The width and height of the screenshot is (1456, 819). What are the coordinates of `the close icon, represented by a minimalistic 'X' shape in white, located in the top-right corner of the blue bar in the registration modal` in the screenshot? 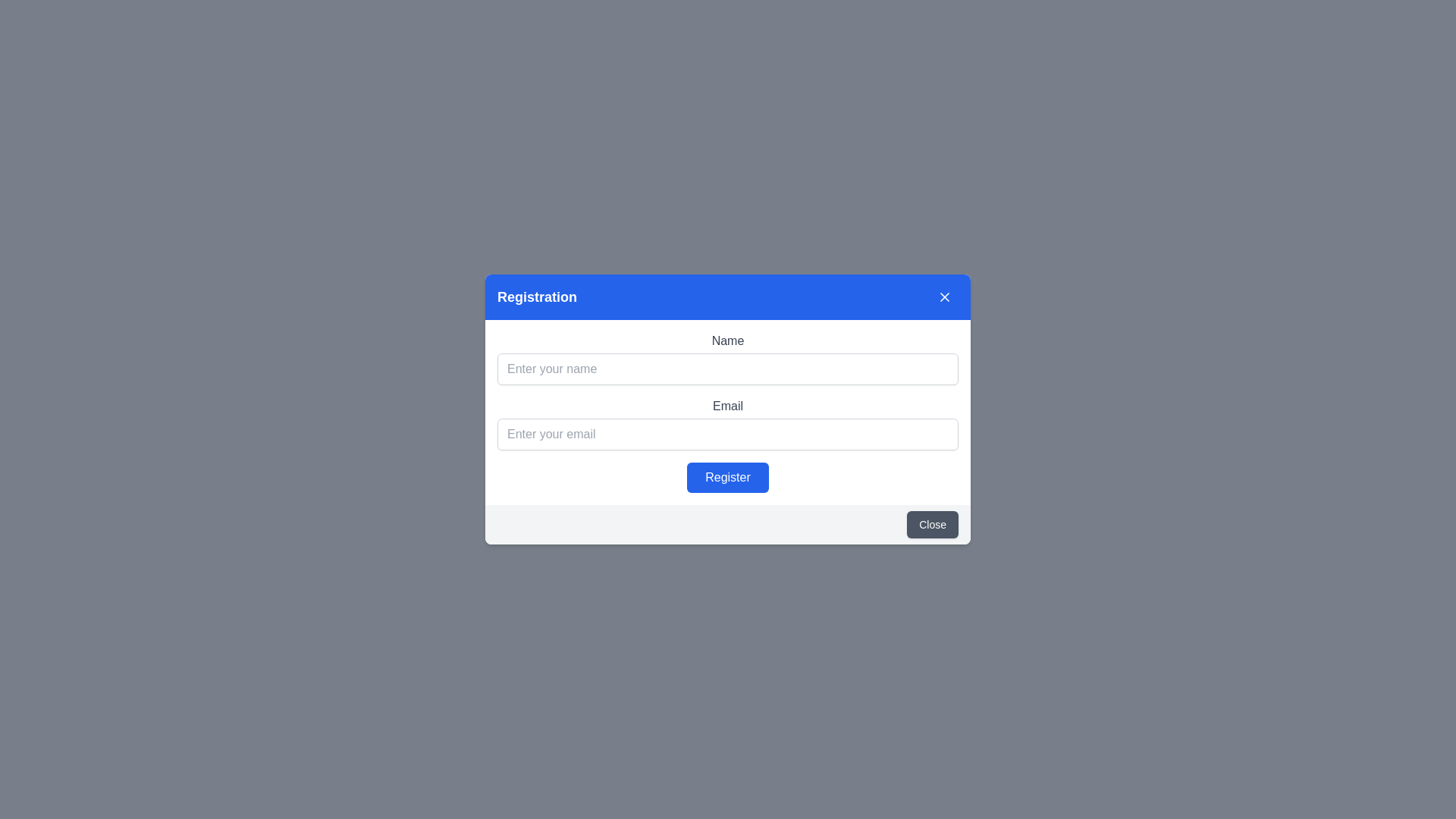 It's located at (943, 297).